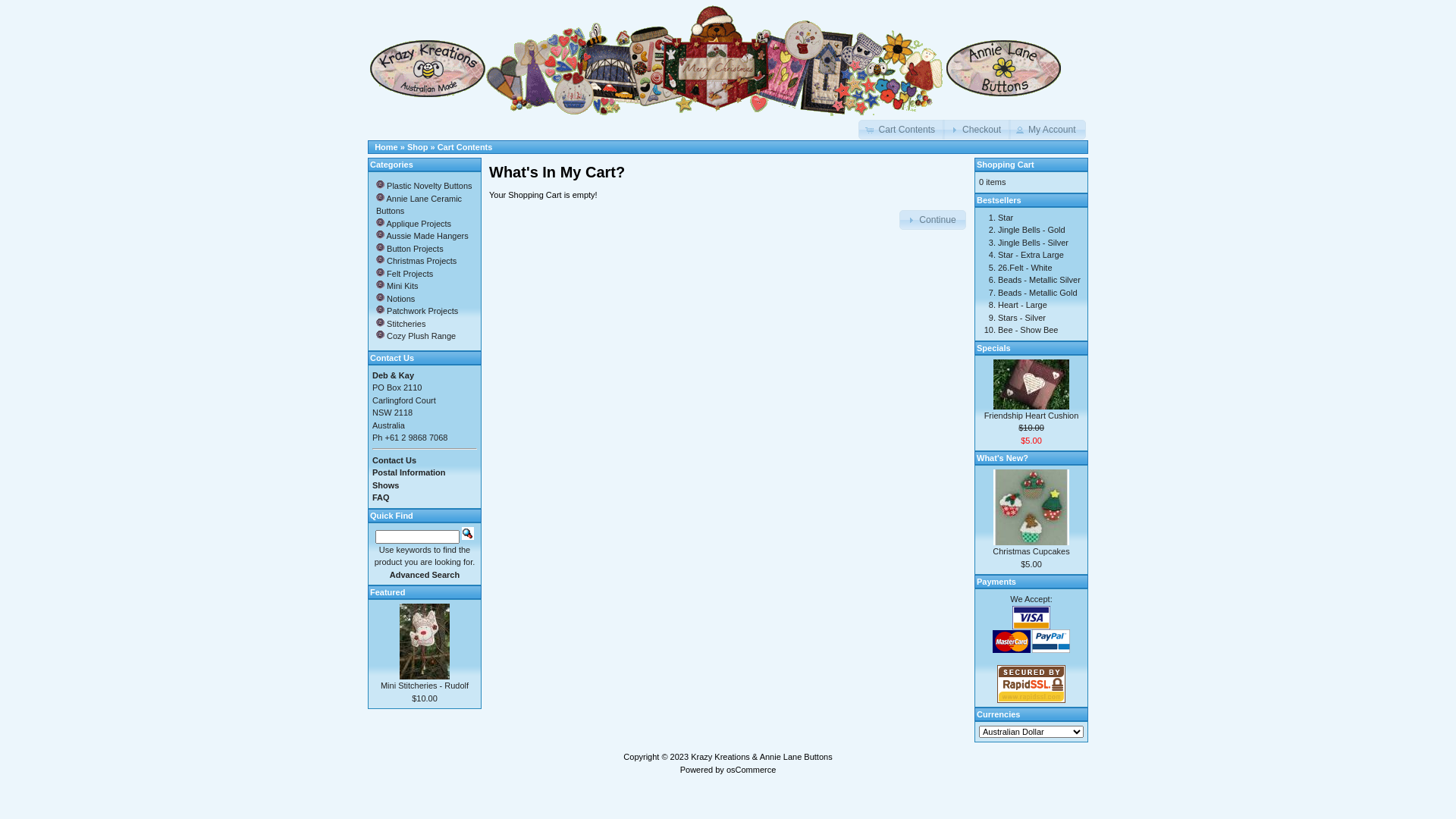 This screenshot has height=819, width=1456. Describe the element at coordinates (425, 575) in the screenshot. I see `'Advanced Search'` at that location.